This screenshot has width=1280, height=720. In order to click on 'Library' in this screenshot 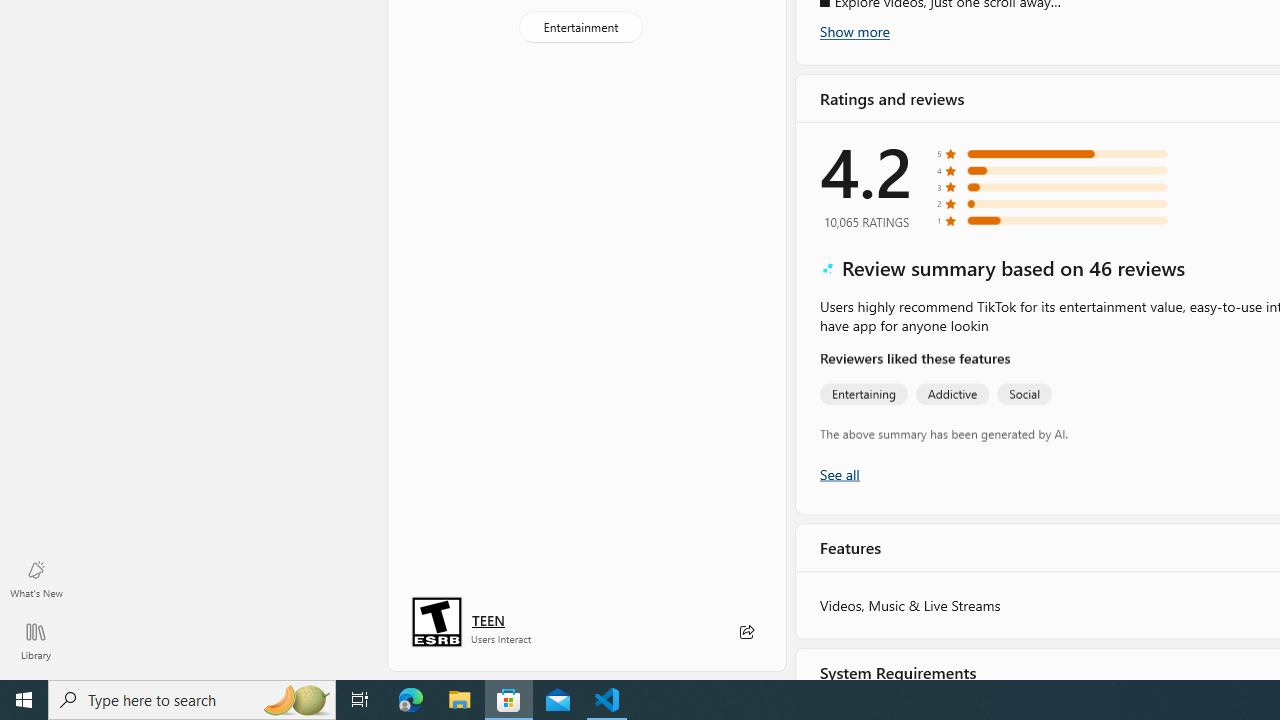, I will do `click(35, 640)`.